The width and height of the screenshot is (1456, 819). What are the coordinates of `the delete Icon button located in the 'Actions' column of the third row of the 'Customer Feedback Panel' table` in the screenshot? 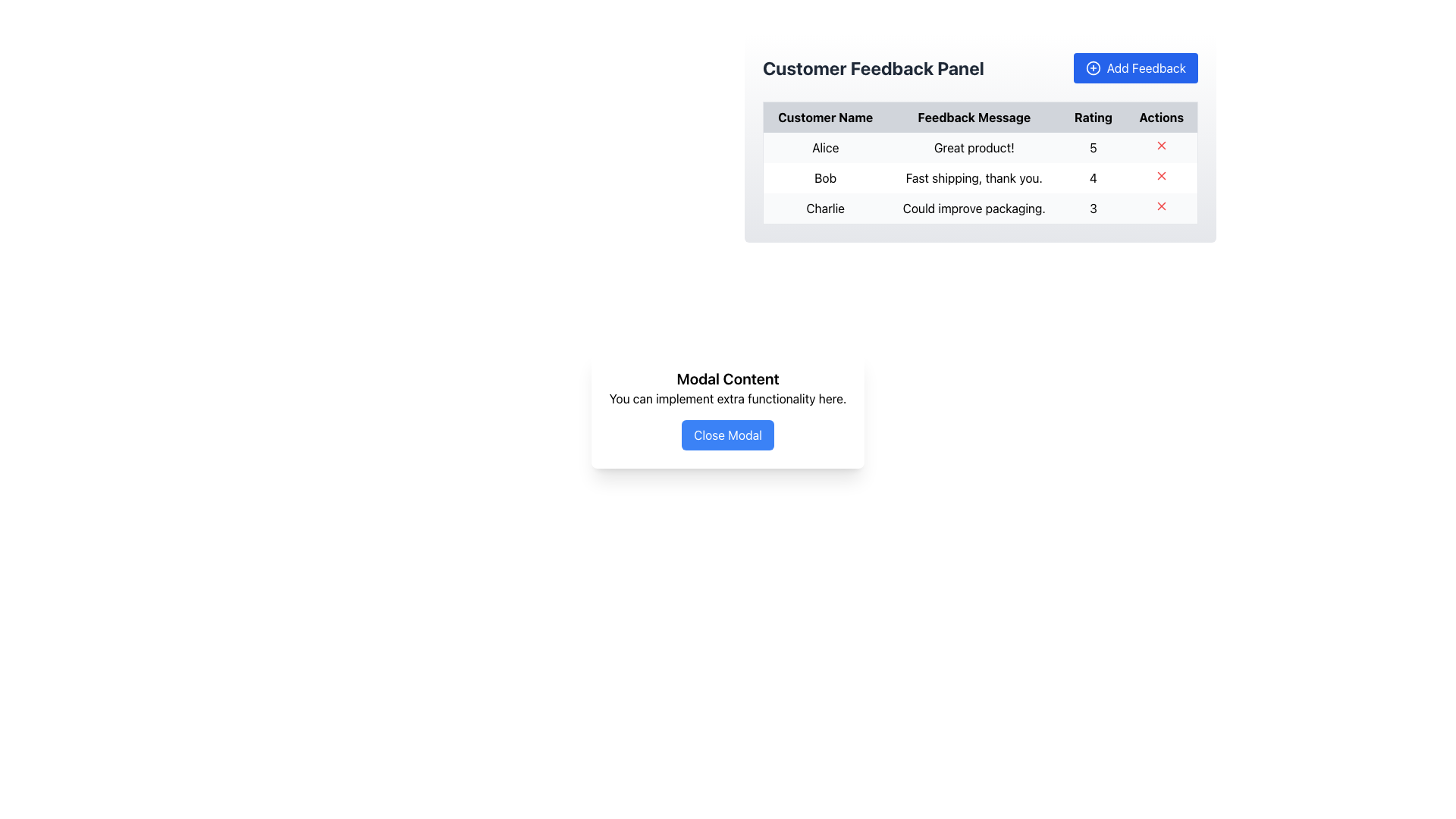 It's located at (1160, 206).